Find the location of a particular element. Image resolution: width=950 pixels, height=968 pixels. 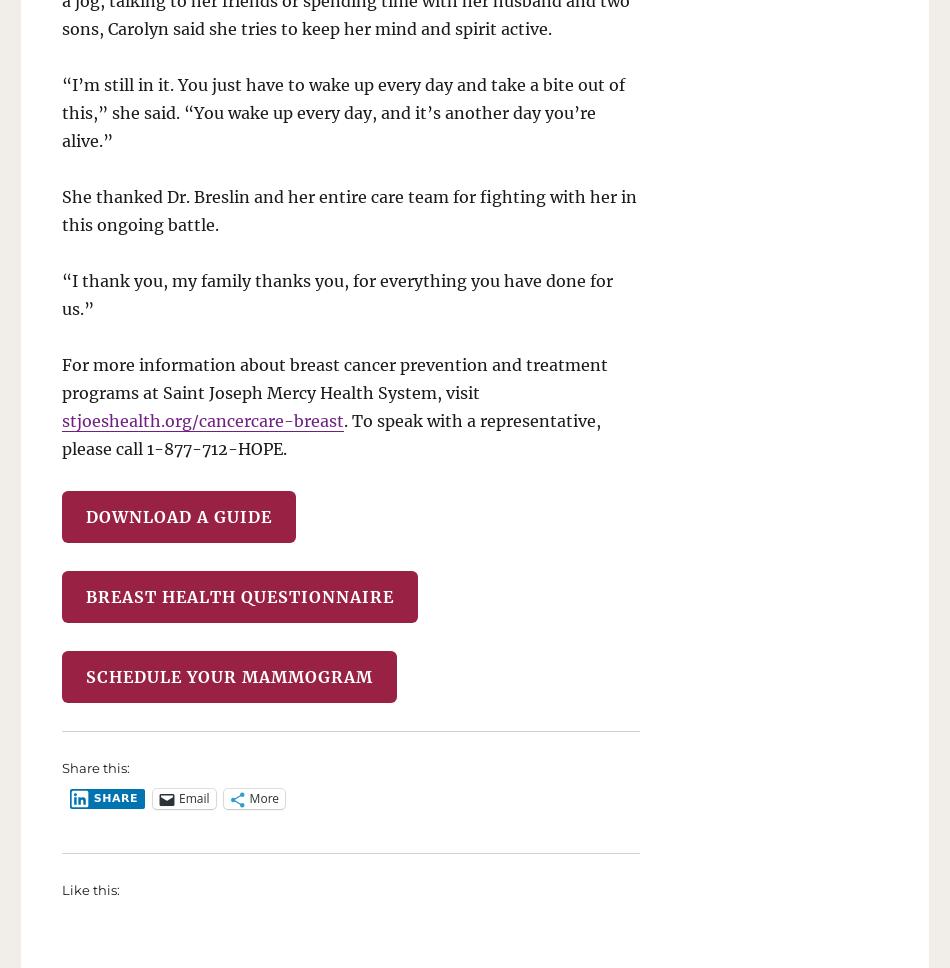

'stjoeshealth.org/cancercare-breast' is located at coordinates (203, 420).